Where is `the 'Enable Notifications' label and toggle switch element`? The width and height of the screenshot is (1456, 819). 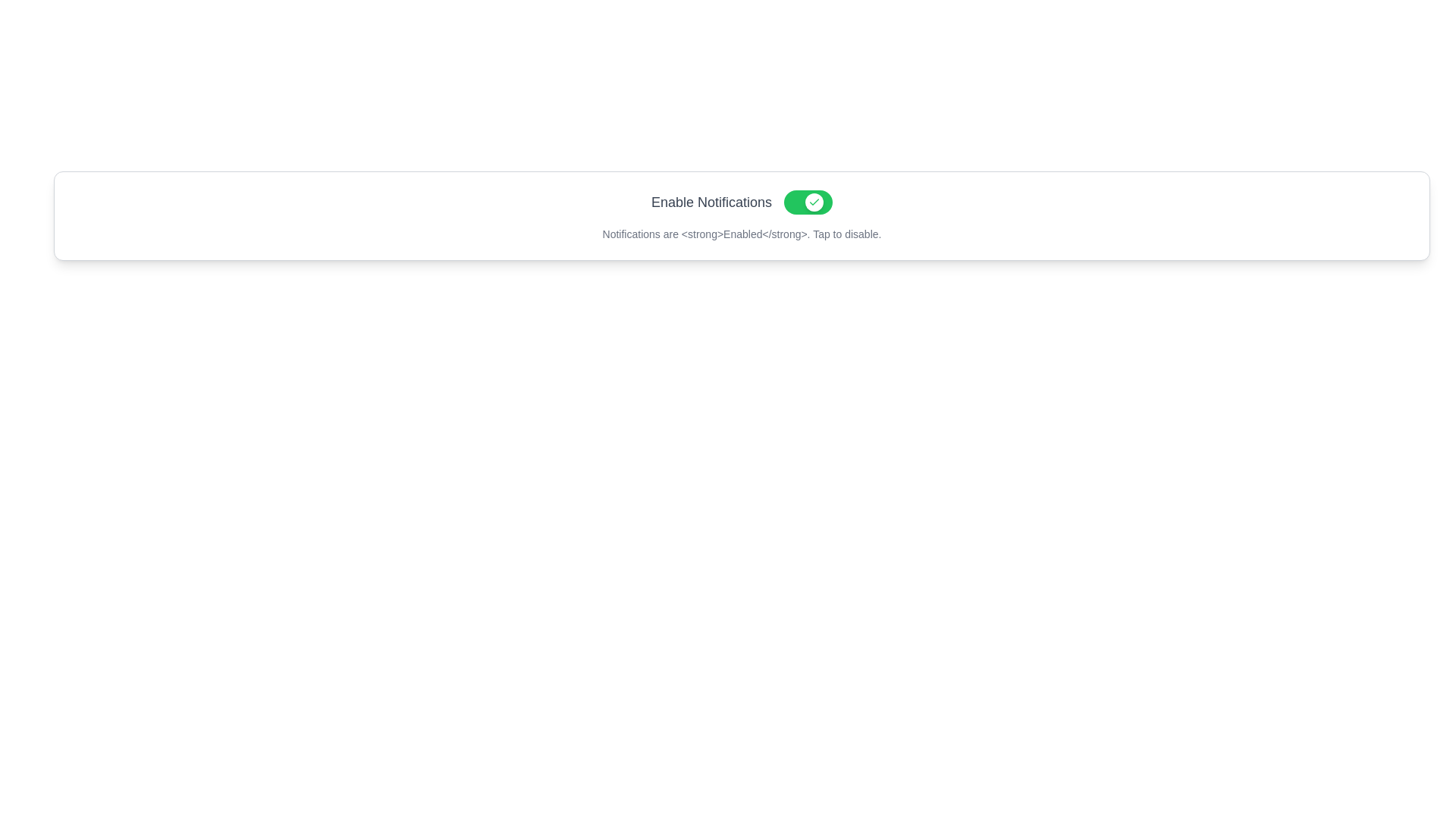 the 'Enable Notifications' label and toggle switch element is located at coordinates (742, 201).